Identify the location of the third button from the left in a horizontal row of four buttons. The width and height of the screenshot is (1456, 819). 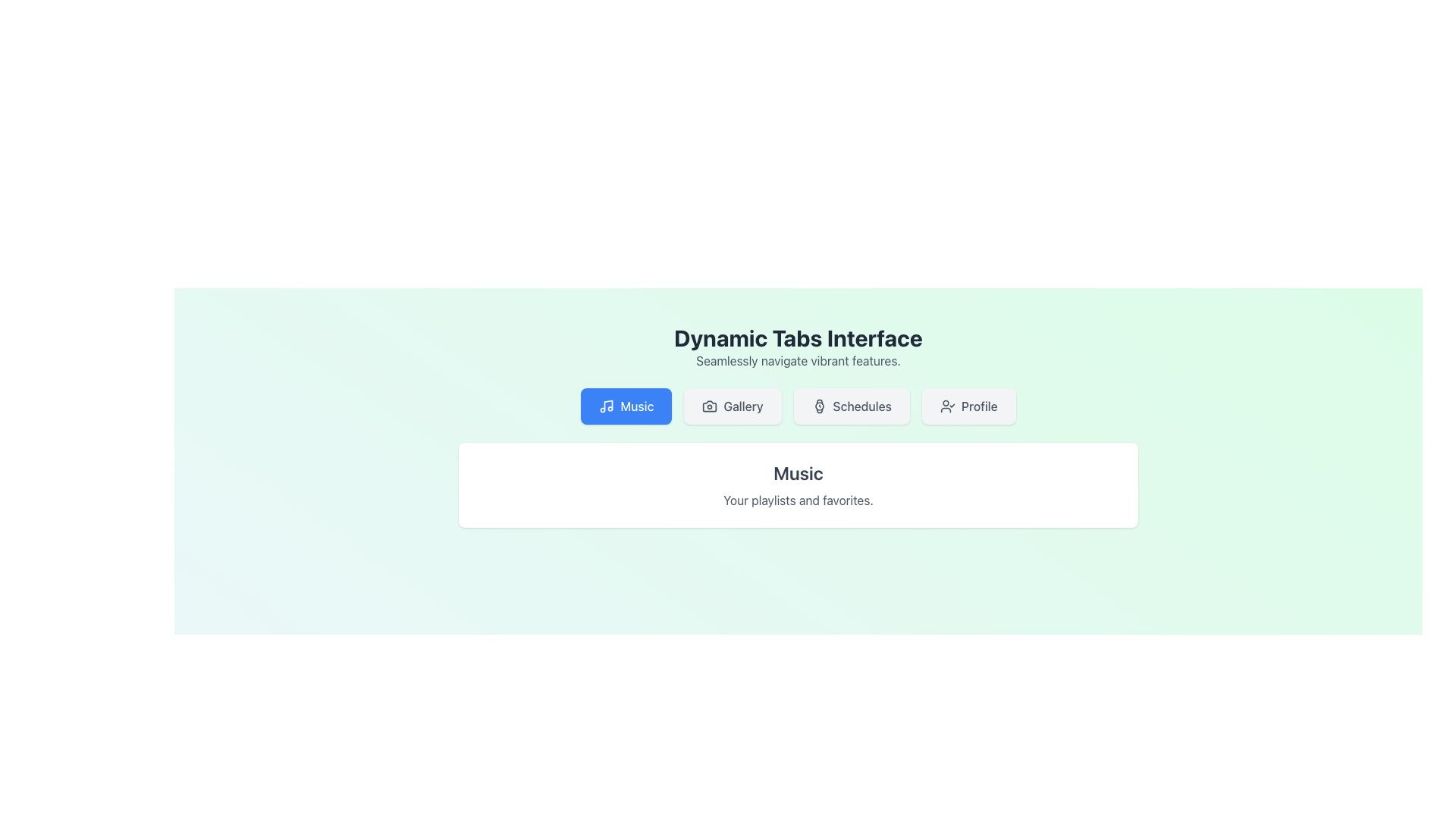
(852, 406).